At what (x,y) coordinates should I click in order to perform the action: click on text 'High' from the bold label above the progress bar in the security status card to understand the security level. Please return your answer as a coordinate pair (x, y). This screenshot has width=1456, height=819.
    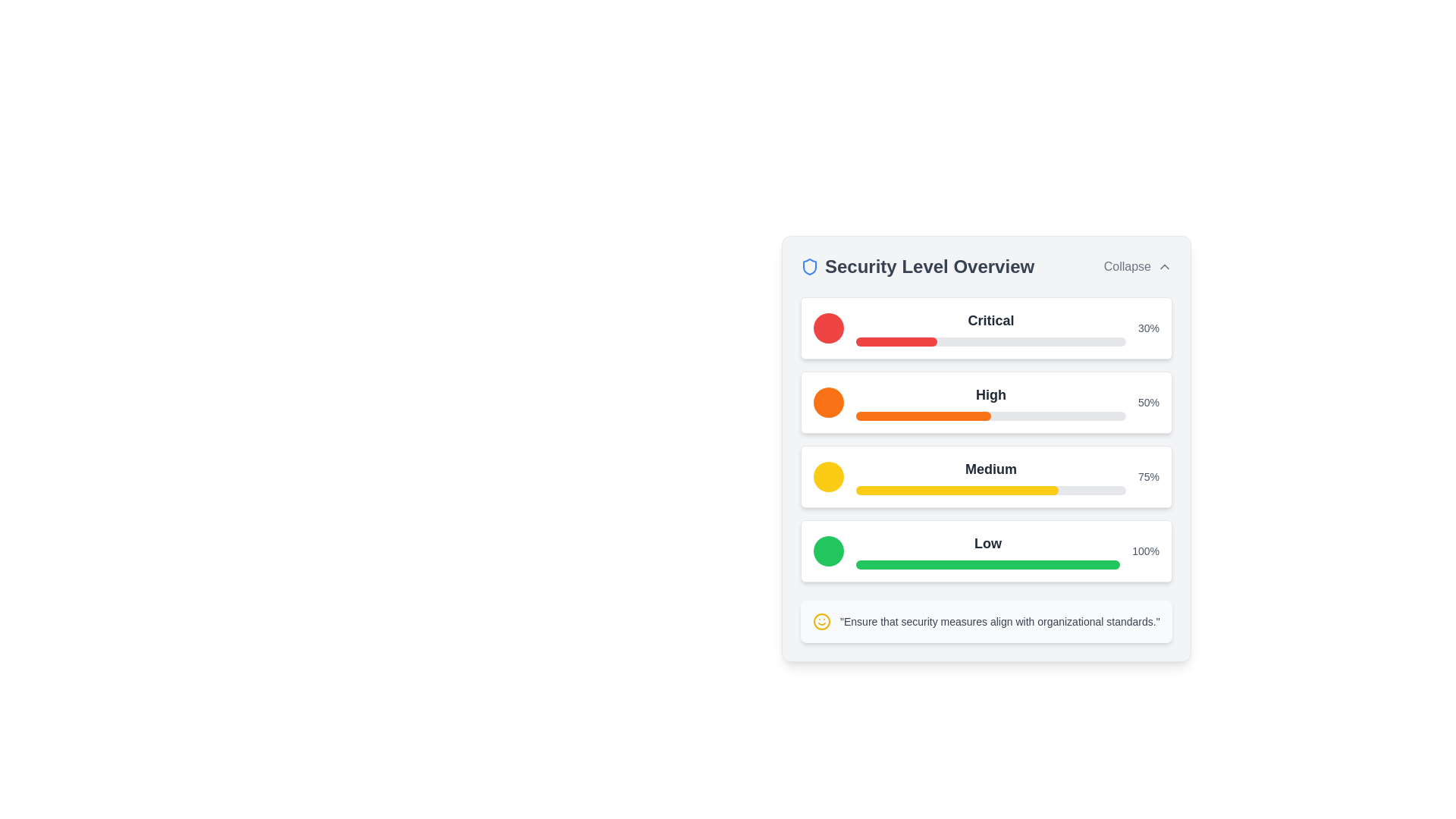
    Looking at the image, I should click on (990, 402).